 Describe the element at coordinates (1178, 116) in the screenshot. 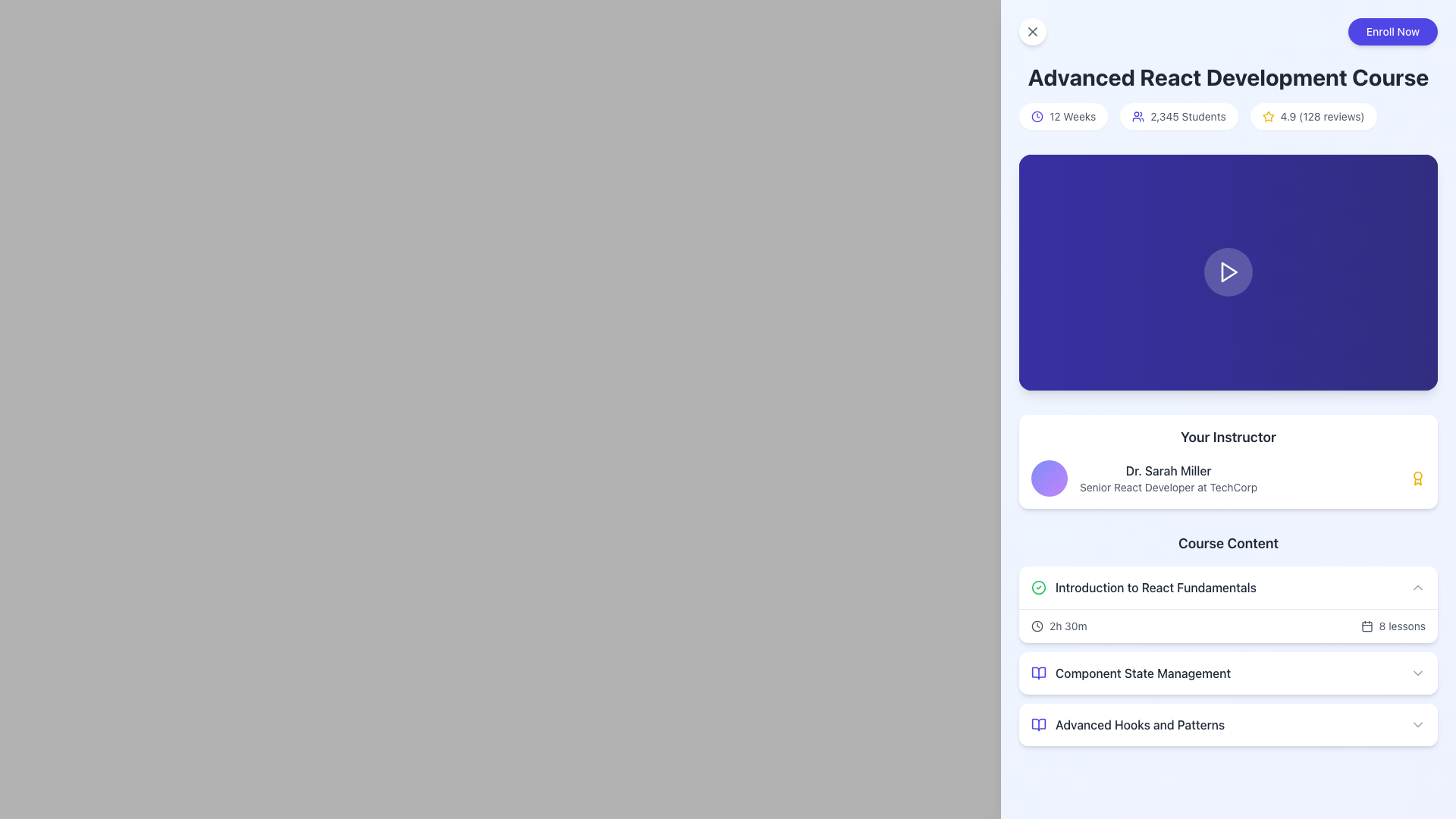

I see `the Informational badge displaying '2,345 Students', characterized by a white background, rounded corners, and an indigo icon of two user figures` at that location.